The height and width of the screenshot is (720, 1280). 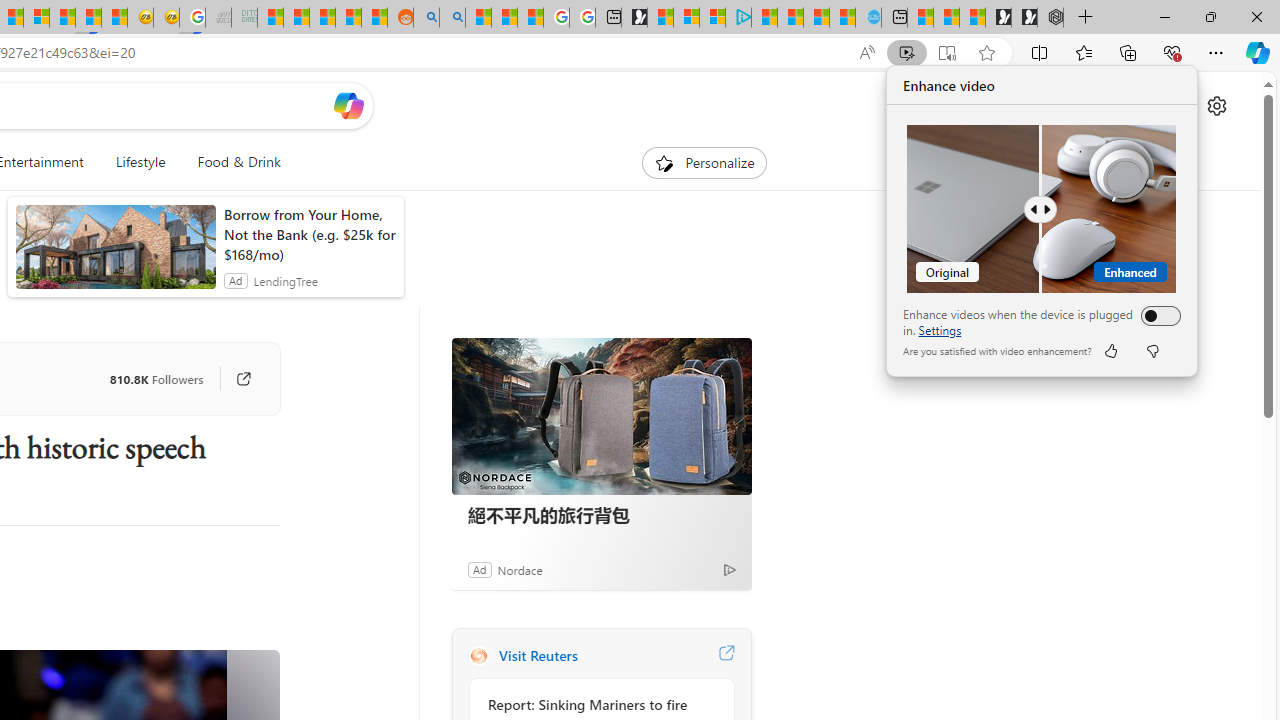 I want to click on 'like', so click(x=1109, y=350).